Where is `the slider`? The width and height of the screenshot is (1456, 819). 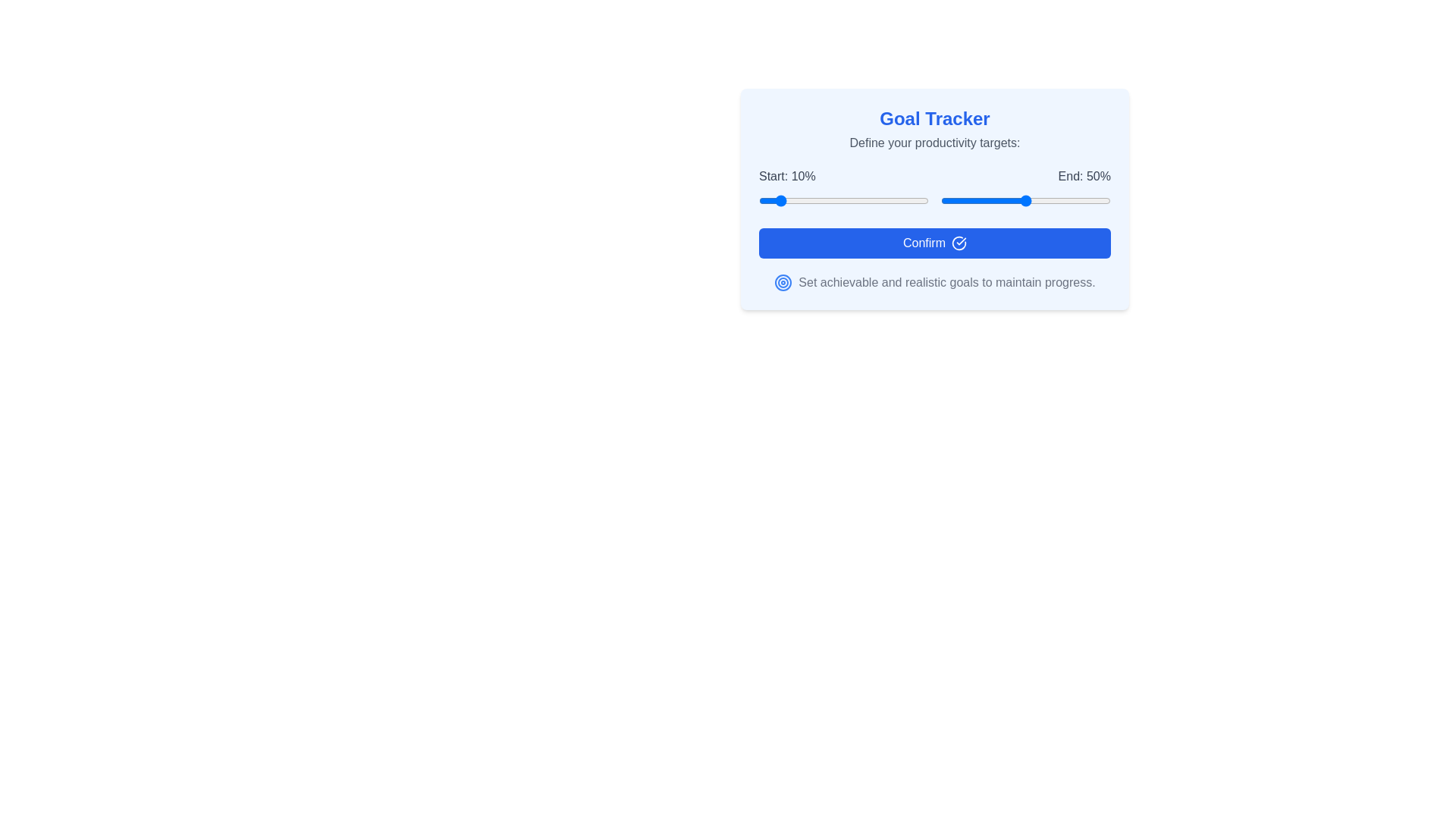
the slider is located at coordinates (985, 200).